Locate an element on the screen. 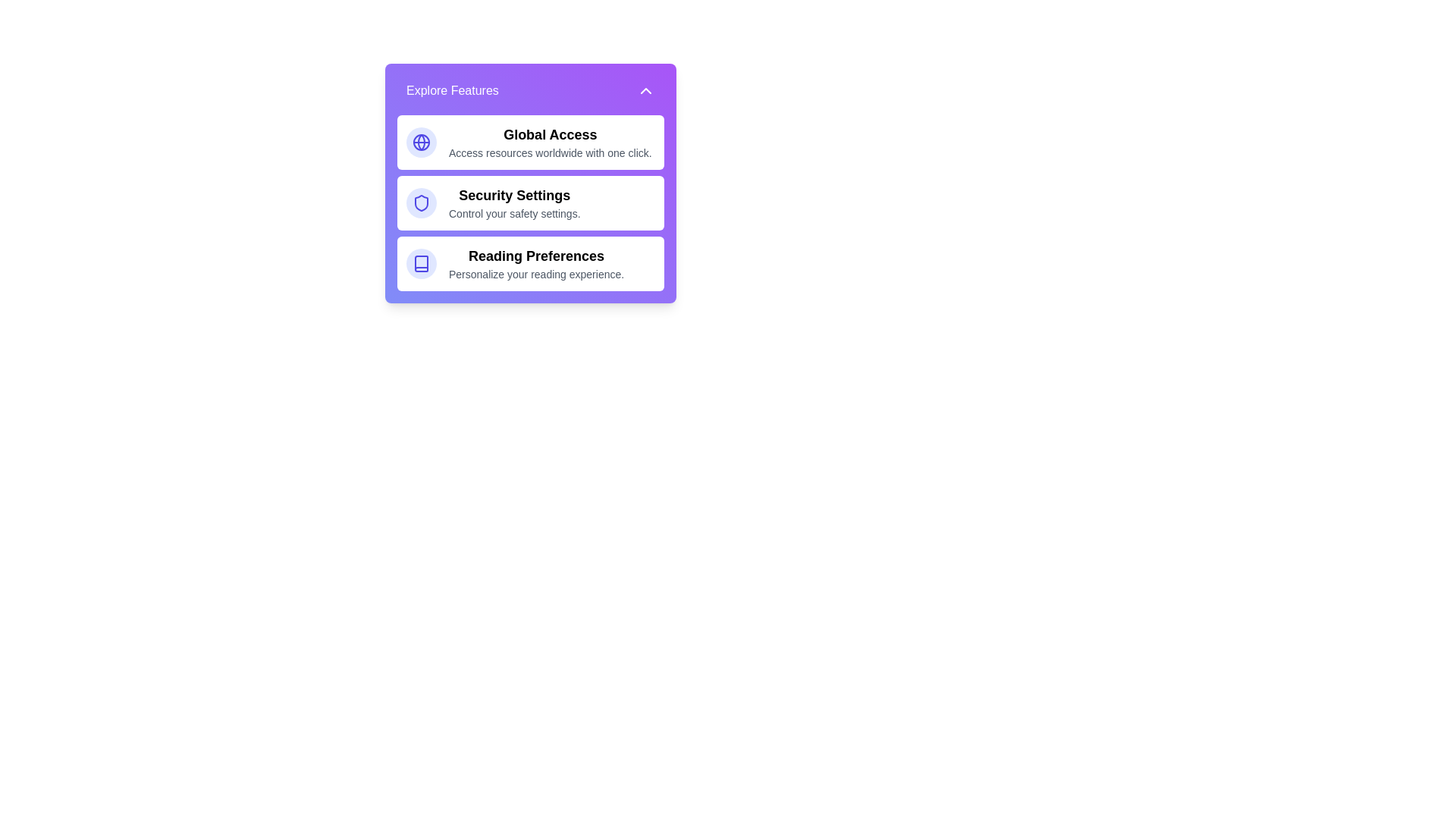  the shield-shaped icon representing security settings in the 'Explore Features' card interface is located at coordinates (422, 202).